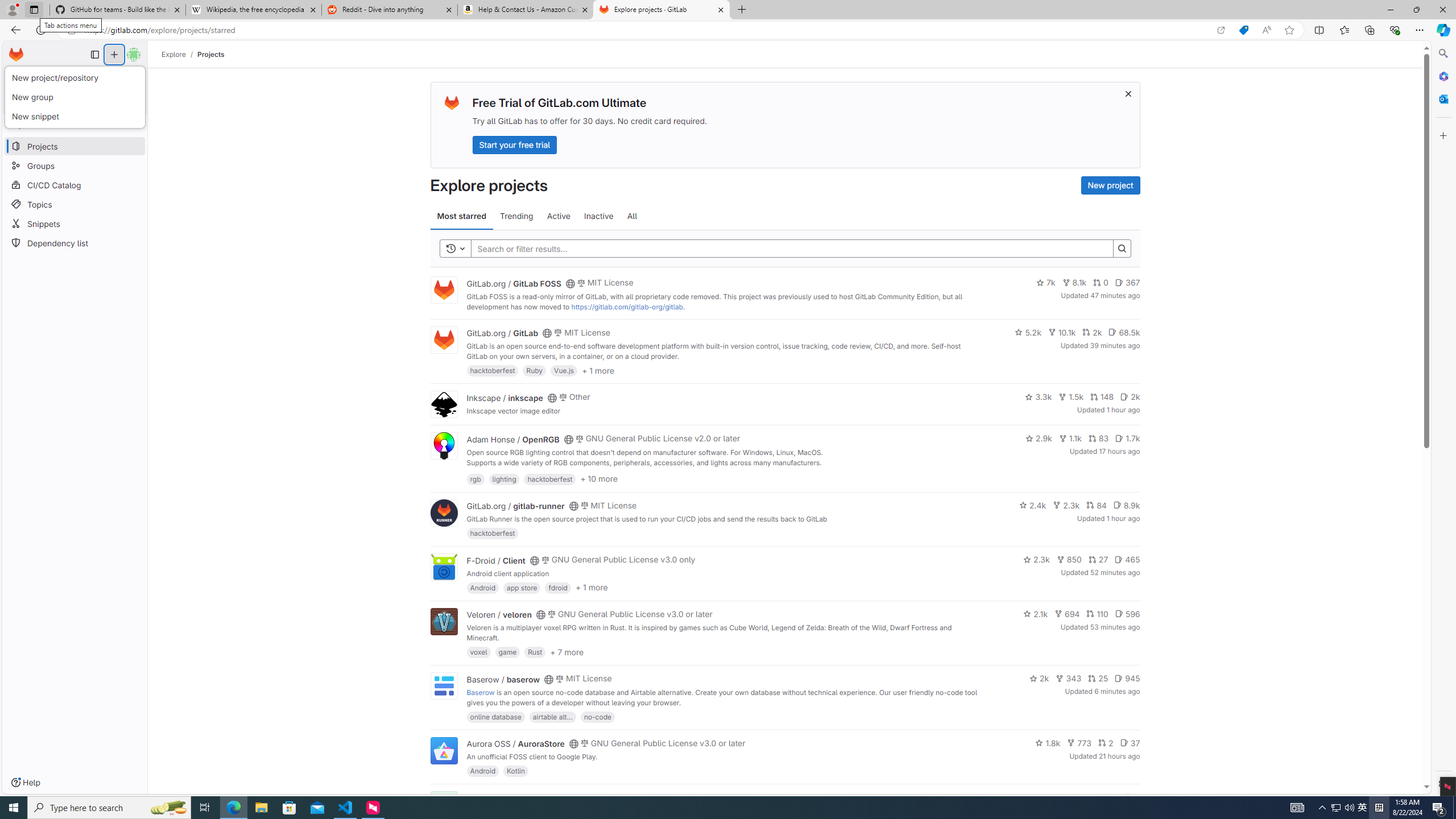 The width and height of the screenshot is (1456, 819). What do you see at coordinates (1070, 396) in the screenshot?
I see `'1.5k'` at bounding box center [1070, 396].